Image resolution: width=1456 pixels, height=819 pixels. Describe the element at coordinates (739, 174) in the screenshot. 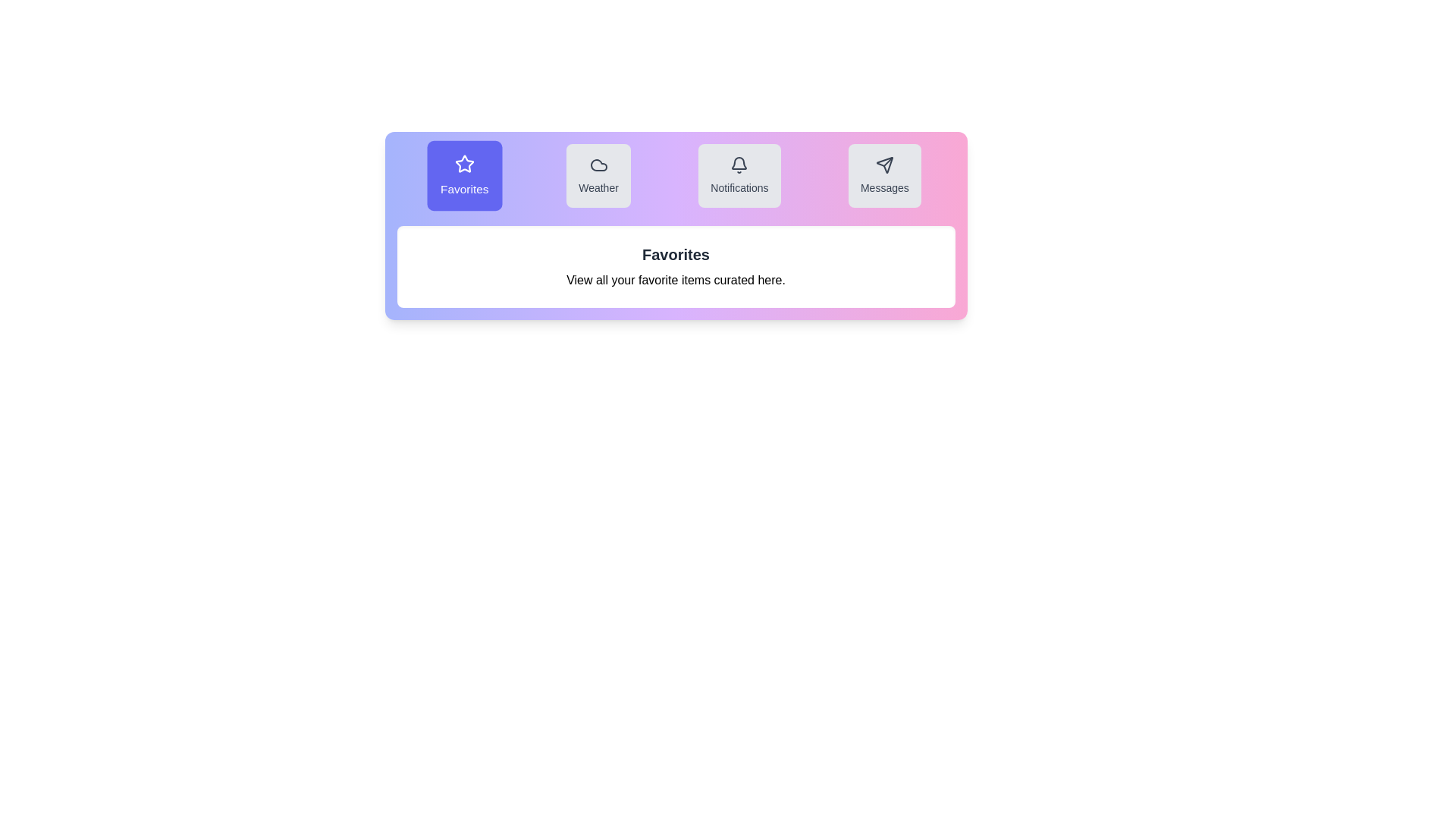

I see `the tab labeled Notifications to observe its visual effect` at that location.